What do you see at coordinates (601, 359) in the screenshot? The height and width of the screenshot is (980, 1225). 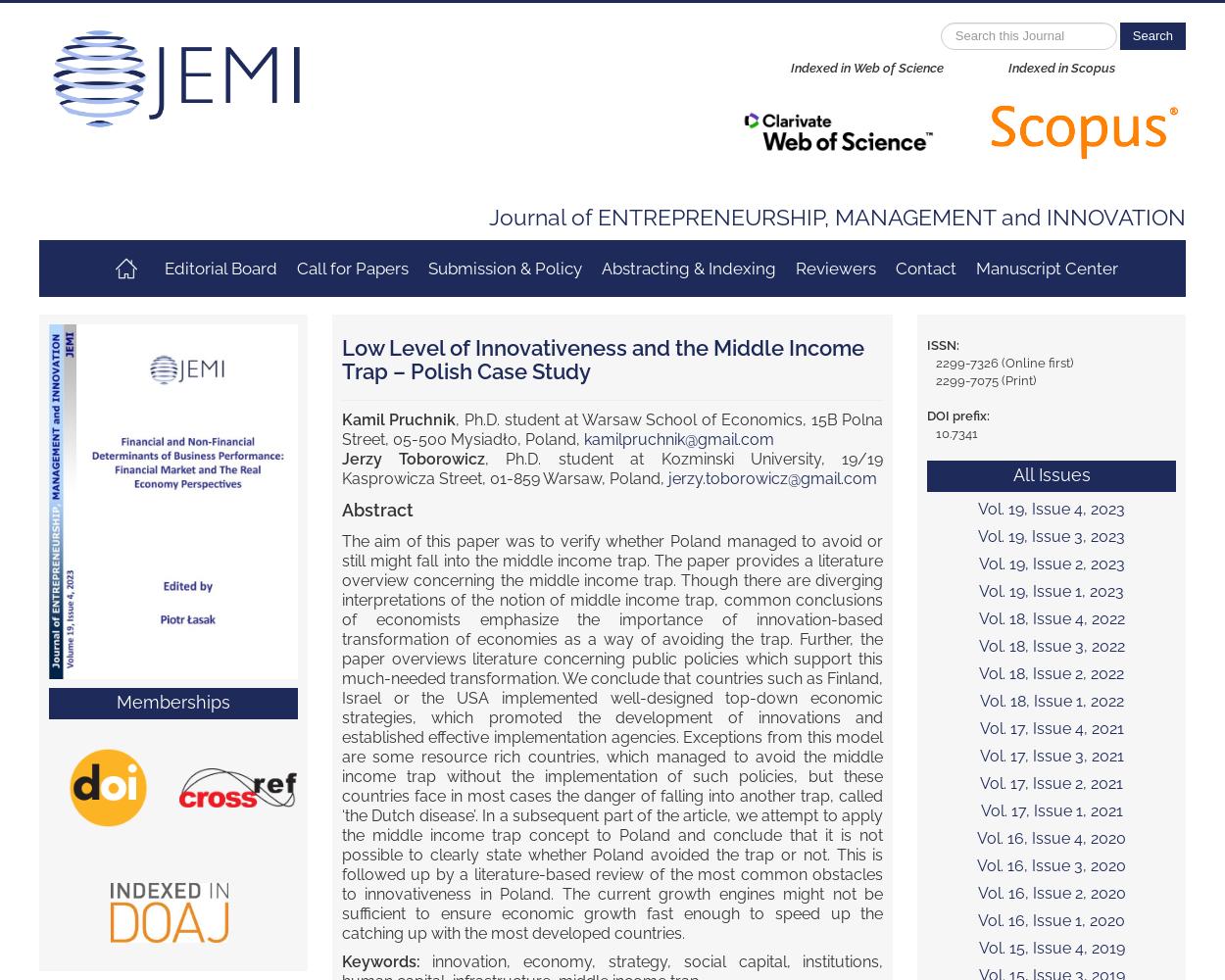 I see `'Low Level of Innovativeness and the Middle Income Trap – Polish Case Study'` at bounding box center [601, 359].